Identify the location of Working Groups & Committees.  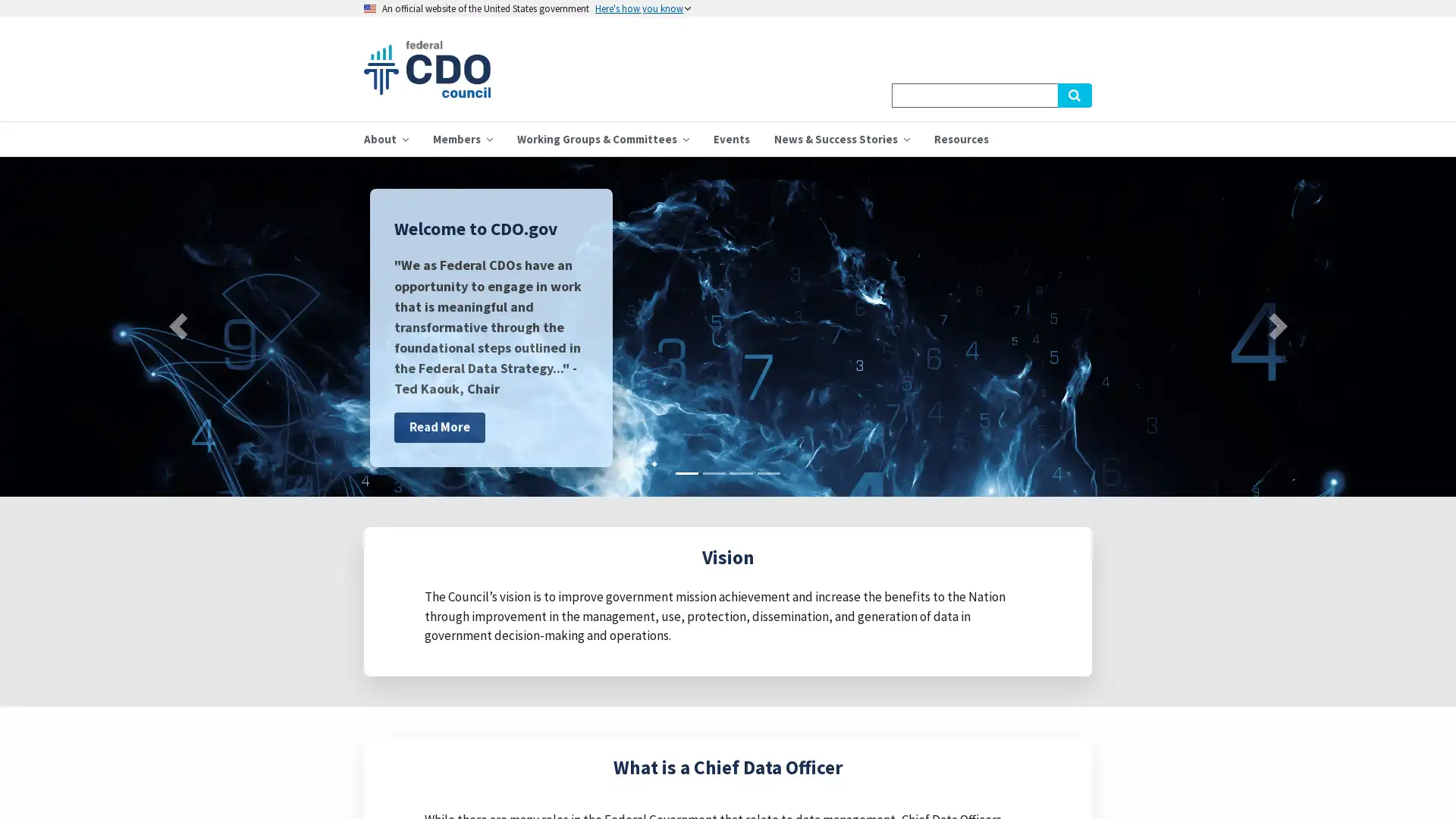
(602, 138).